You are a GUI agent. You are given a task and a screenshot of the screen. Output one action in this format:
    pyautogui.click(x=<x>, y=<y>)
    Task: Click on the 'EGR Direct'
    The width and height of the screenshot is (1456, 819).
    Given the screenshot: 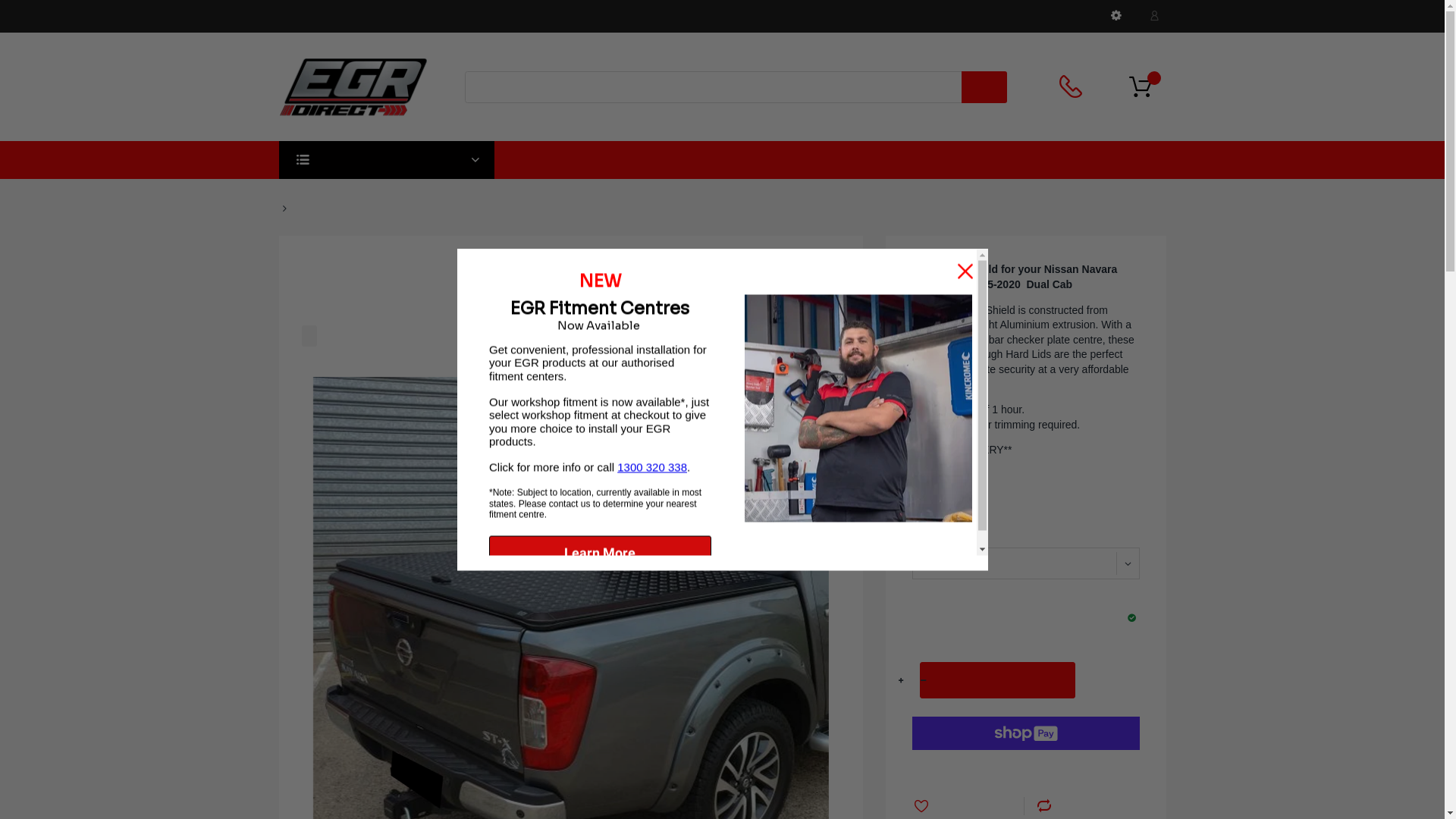 What is the action you would take?
    pyautogui.click(x=353, y=86)
    